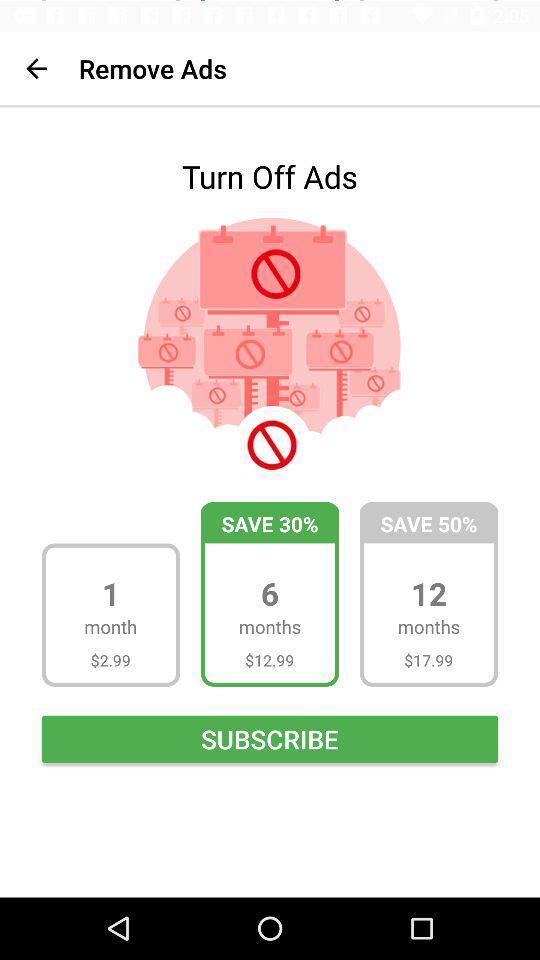  What do you see at coordinates (36, 68) in the screenshot?
I see `app next to the remove ads app` at bounding box center [36, 68].